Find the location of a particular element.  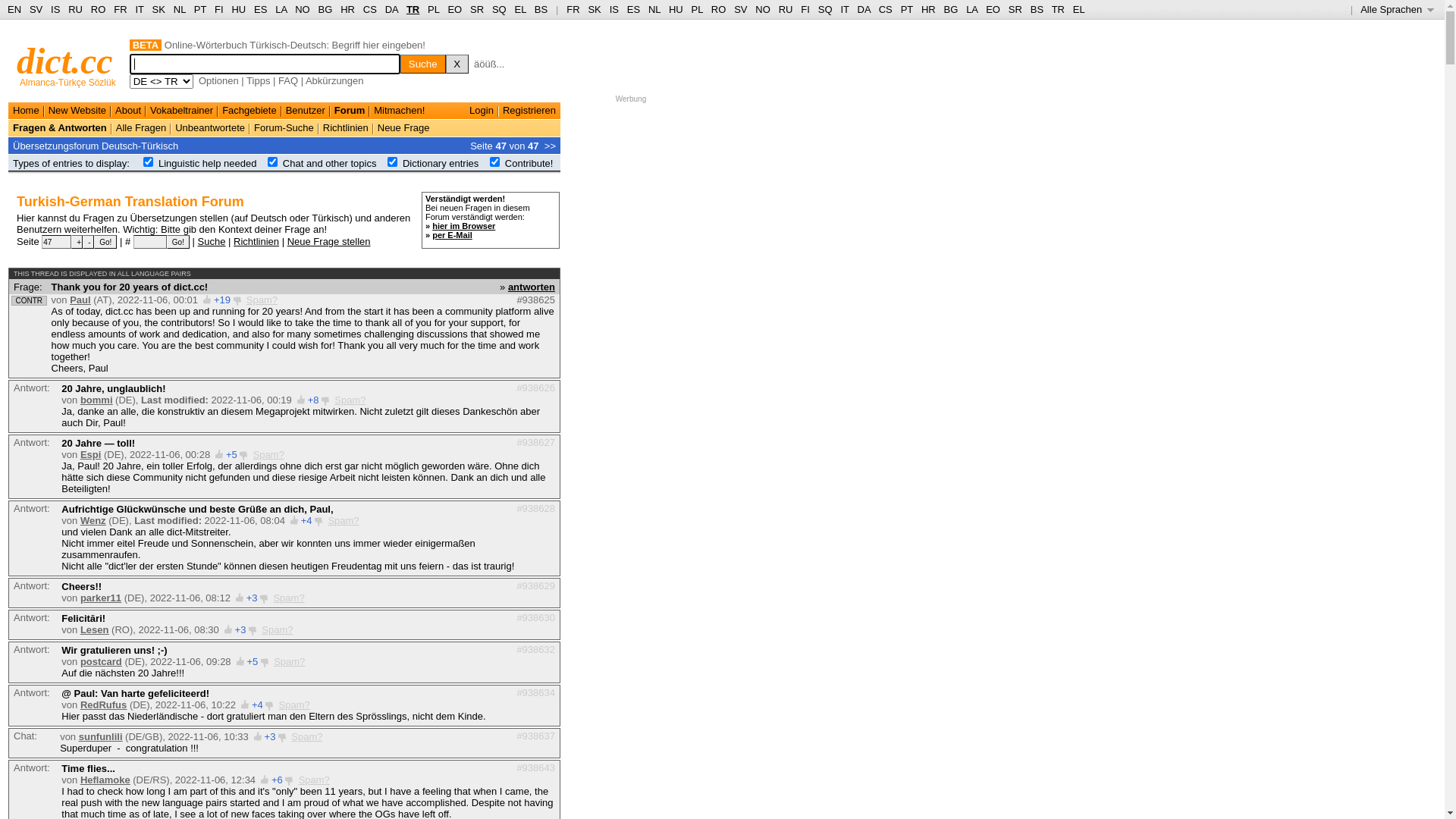

'EL' is located at coordinates (520, 9).